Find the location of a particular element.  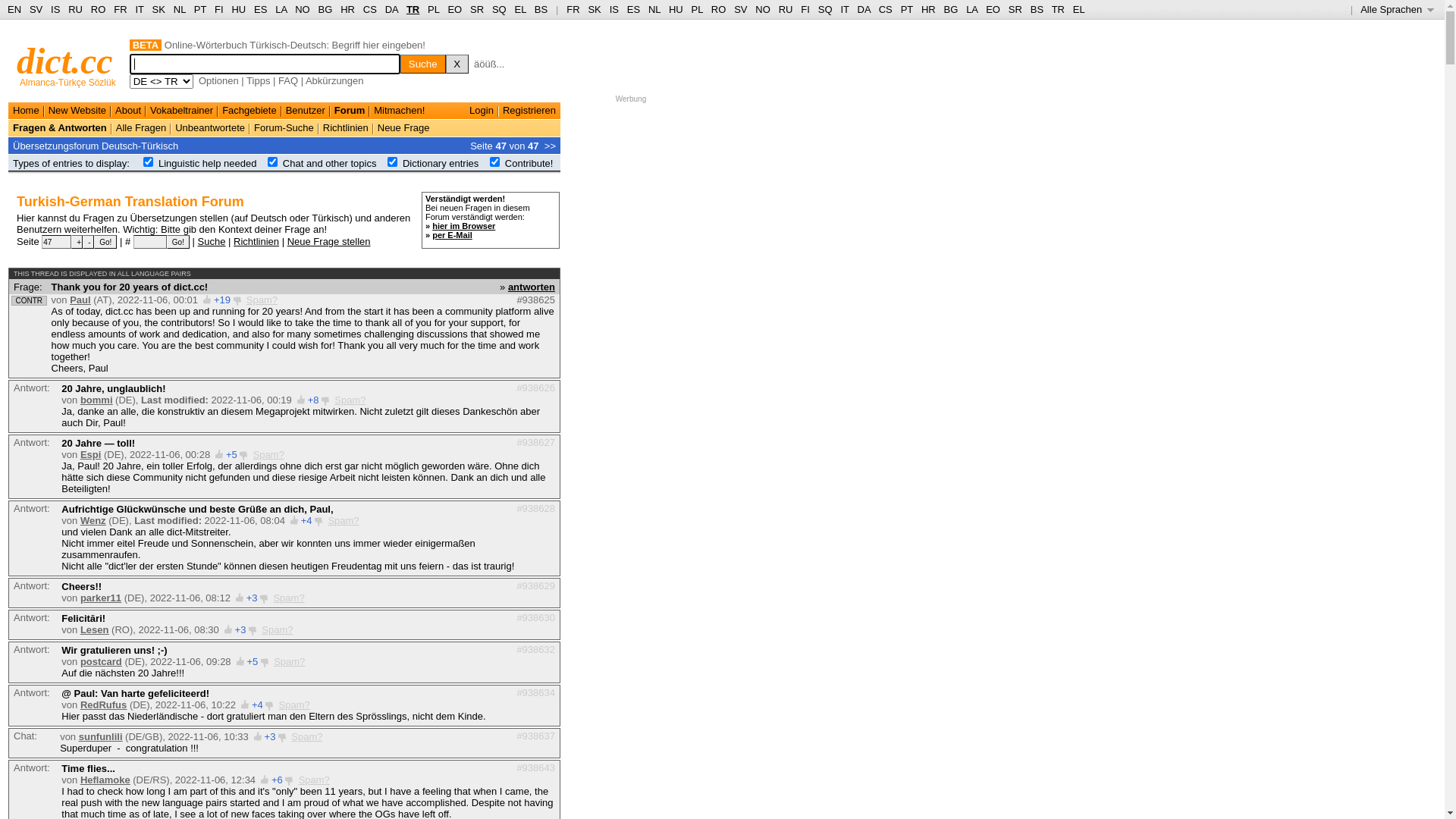

'EL' is located at coordinates (520, 9).